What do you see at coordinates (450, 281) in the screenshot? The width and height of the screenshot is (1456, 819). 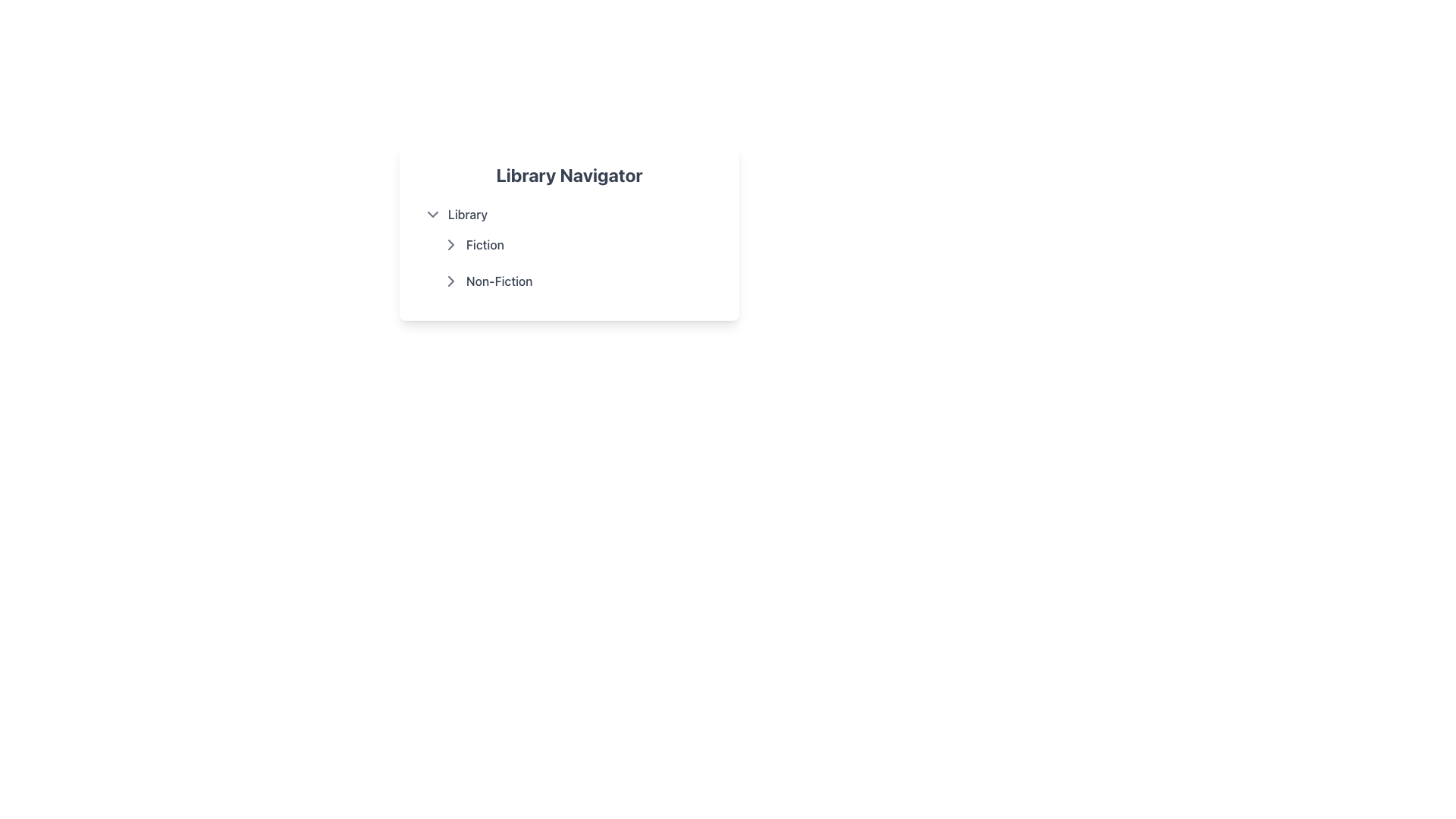 I see `the SVG icon indicating the expandable/collapsible state for the 'Fiction' list item in the Library section` at bounding box center [450, 281].